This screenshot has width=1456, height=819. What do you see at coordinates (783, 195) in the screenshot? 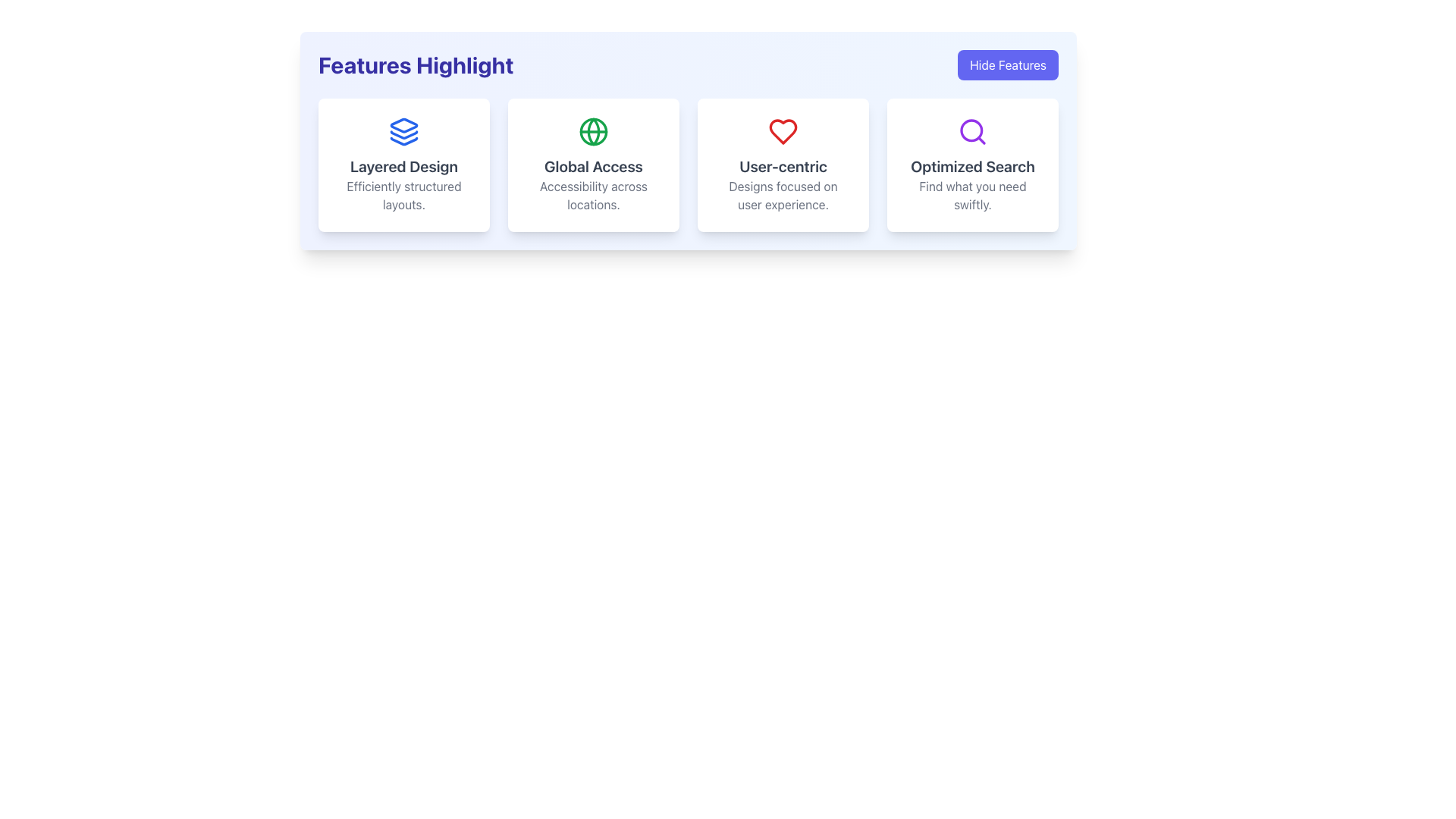
I see `descriptive information provided by the Text label located directly below the 'User-centric' title in the third card from the left` at bounding box center [783, 195].